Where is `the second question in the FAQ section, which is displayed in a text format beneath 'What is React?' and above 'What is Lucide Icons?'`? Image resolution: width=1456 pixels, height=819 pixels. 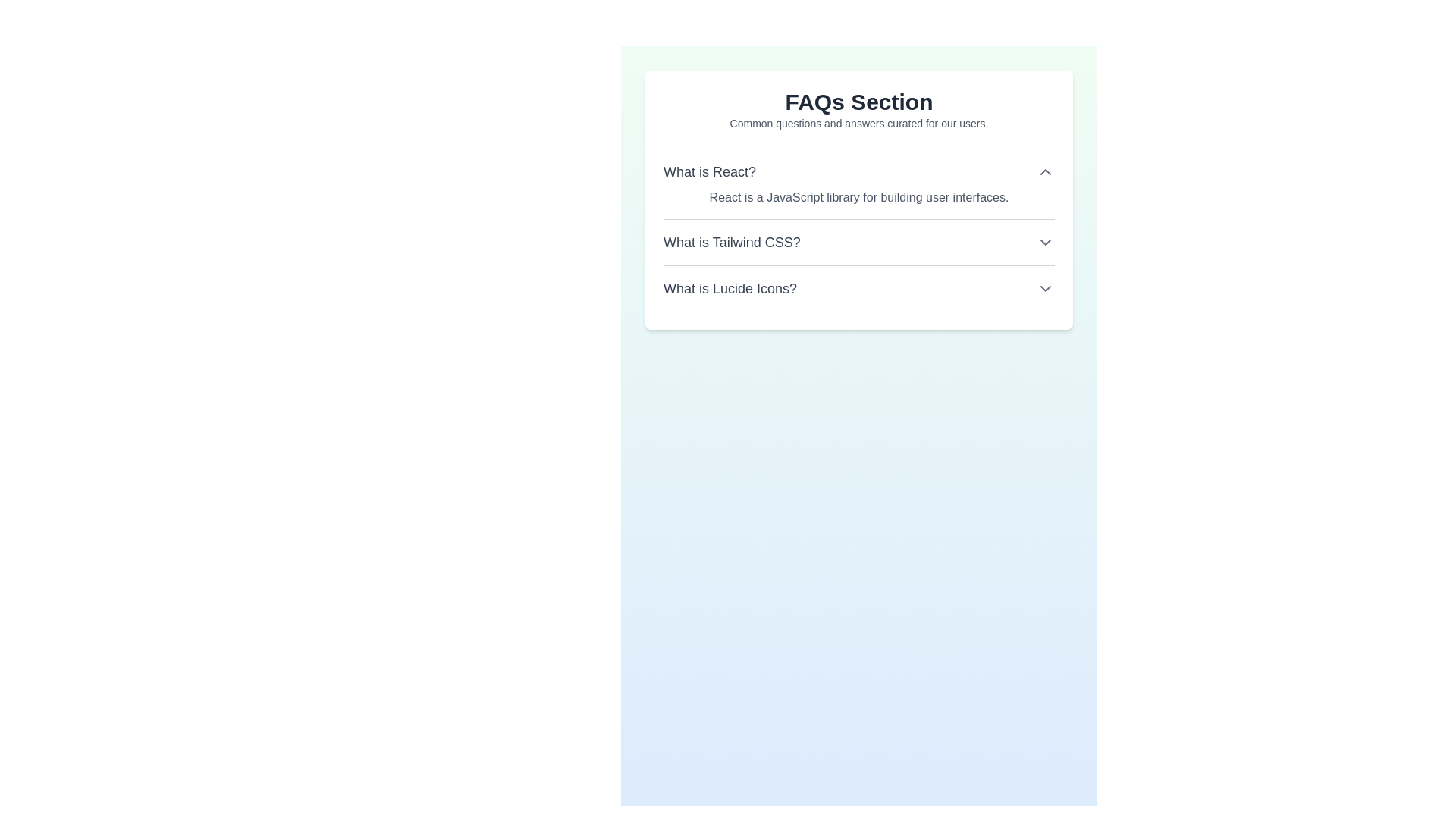
the second question in the FAQ section, which is displayed in a text format beneath 'What is React?' and above 'What is Lucide Icons?' is located at coordinates (732, 242).